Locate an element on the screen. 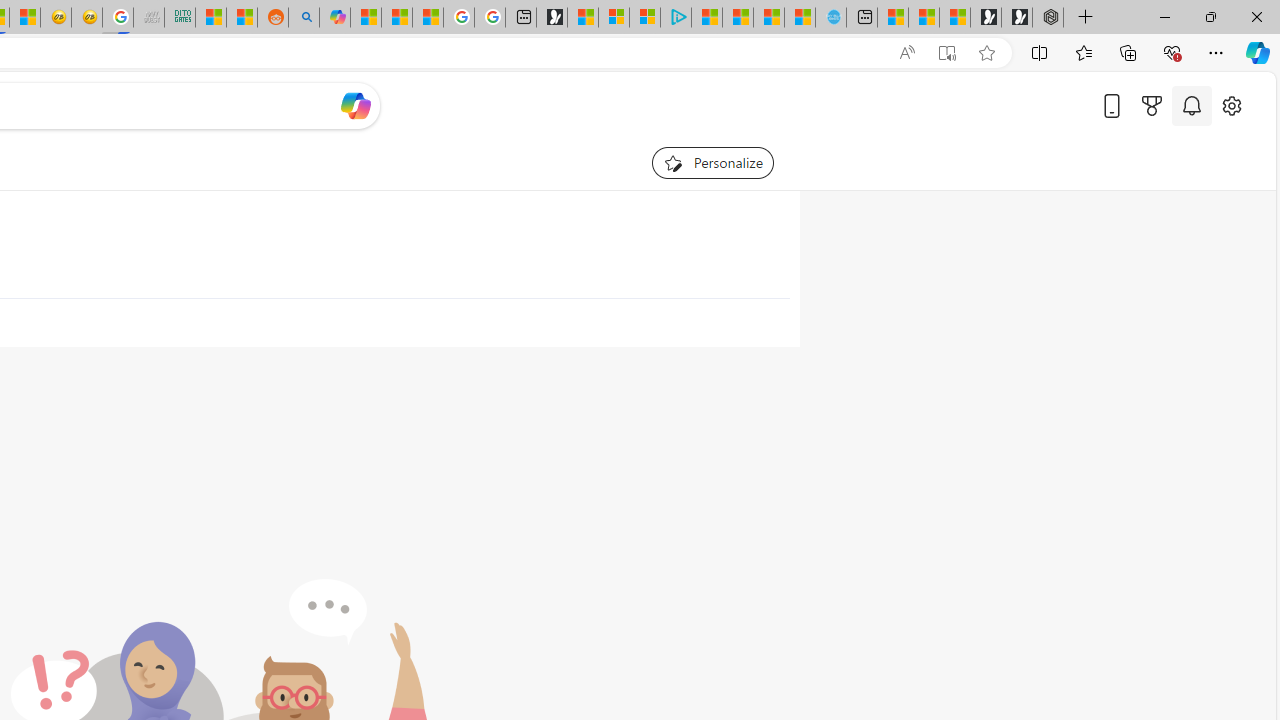  'Home | Sky Blue Bikes - Sky Blue Bikes' is located at coordinates (830, 17).